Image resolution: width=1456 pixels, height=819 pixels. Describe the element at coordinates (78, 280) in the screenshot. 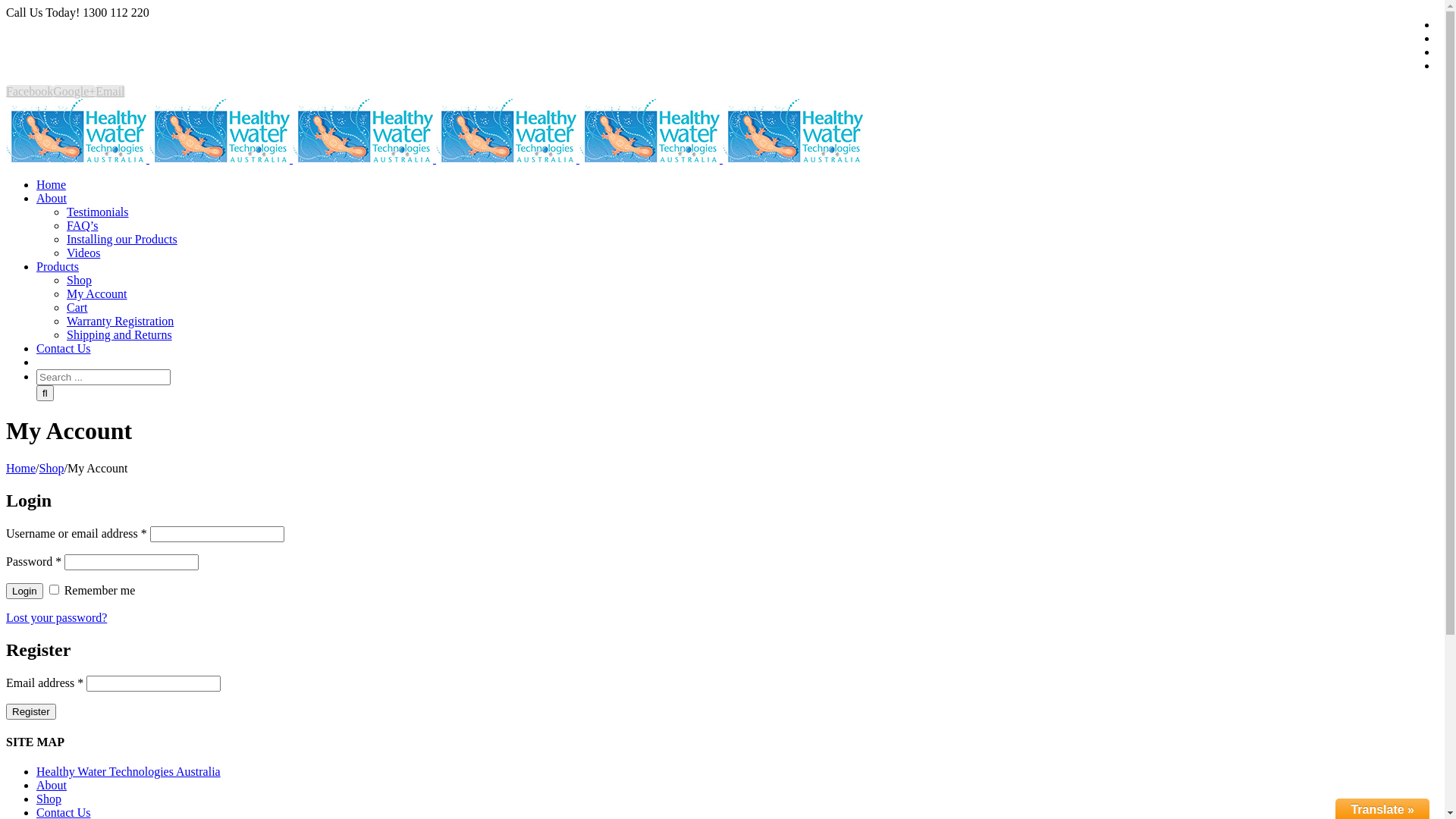

I see `'Shop'` at that location.